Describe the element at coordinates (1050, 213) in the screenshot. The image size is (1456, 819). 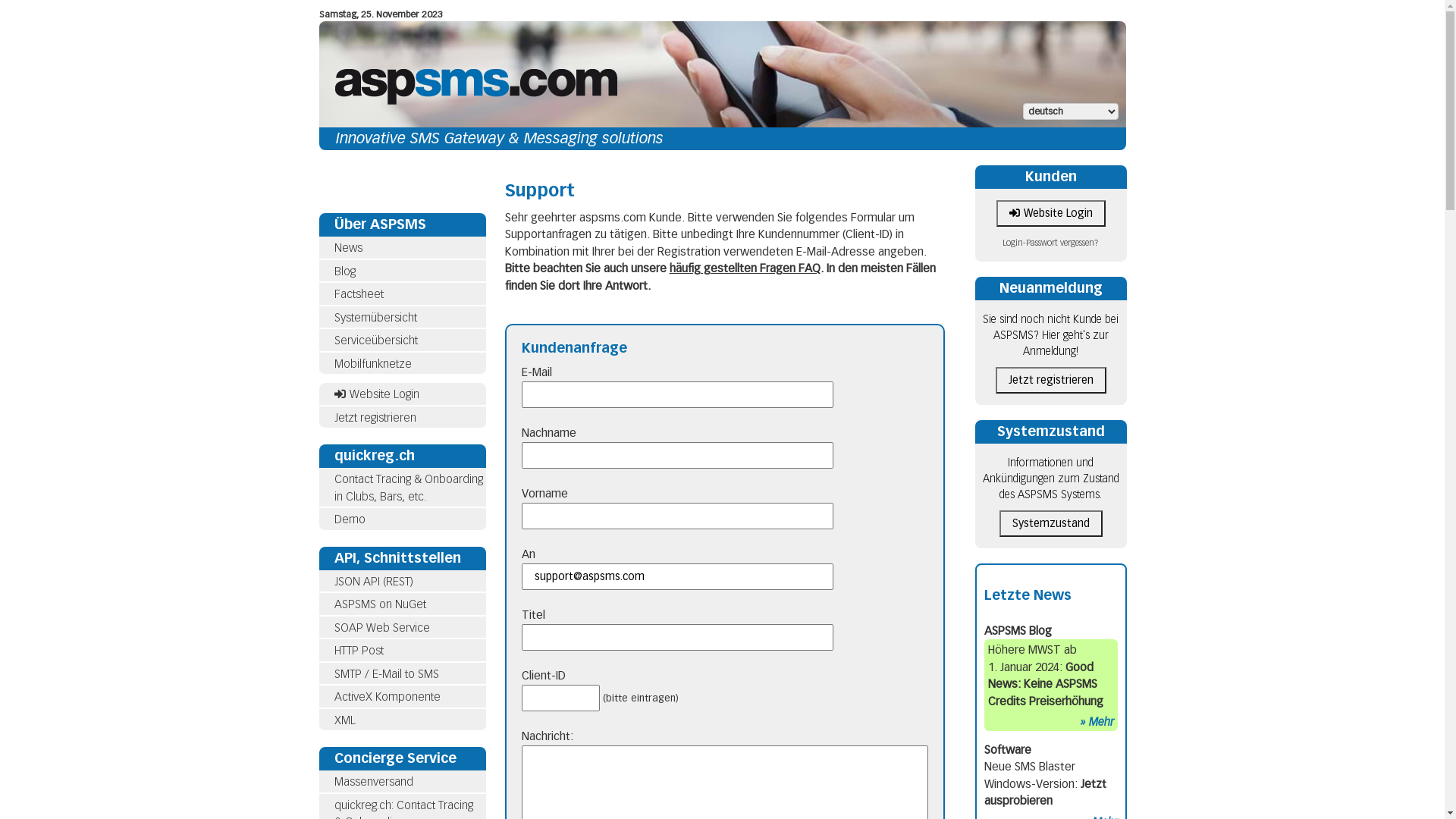
I see `'Website Login'` at that location.